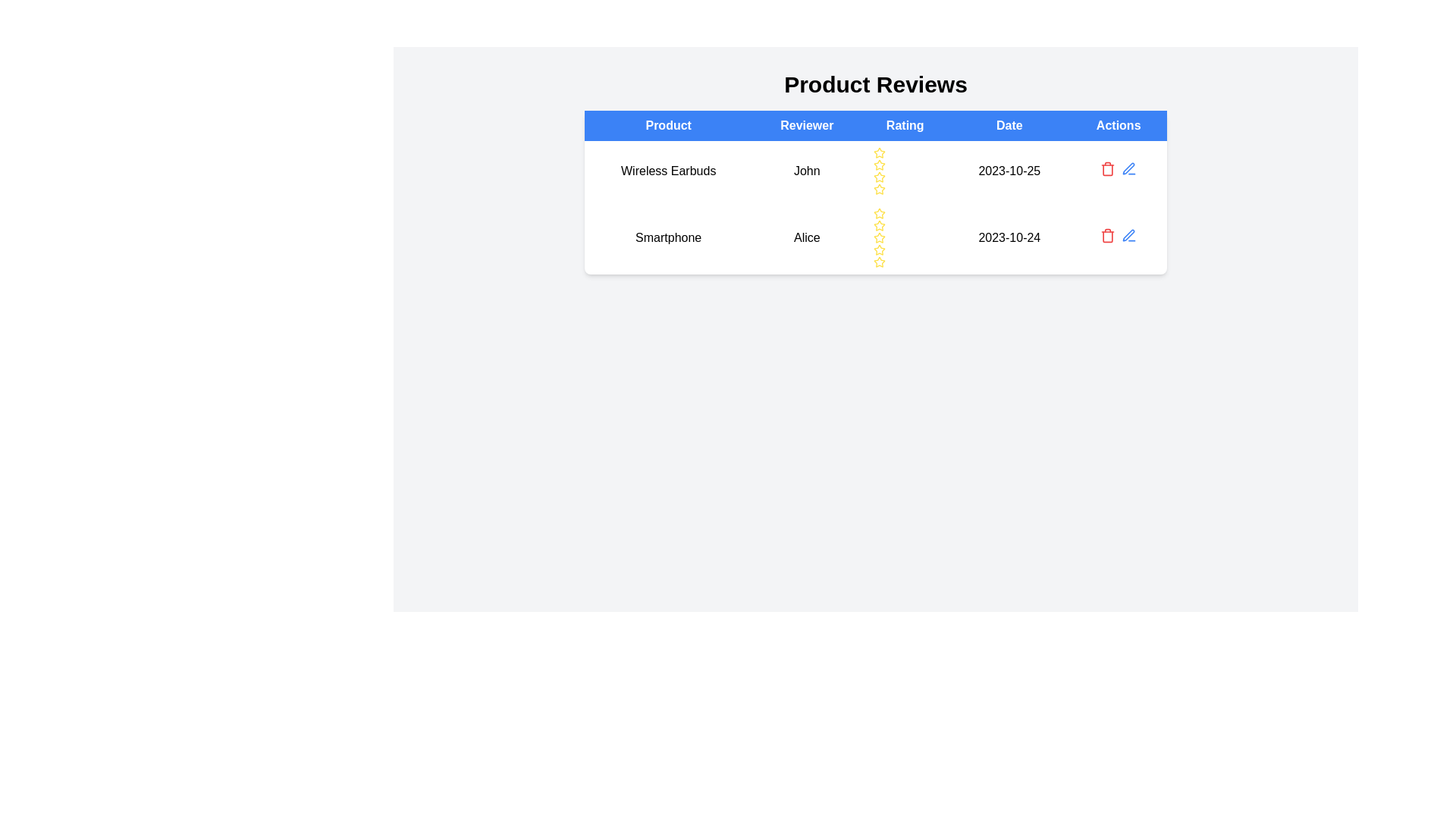  I want to click on the blue-colored header cell labeled 'Product' as the column header, so click(667, 124).